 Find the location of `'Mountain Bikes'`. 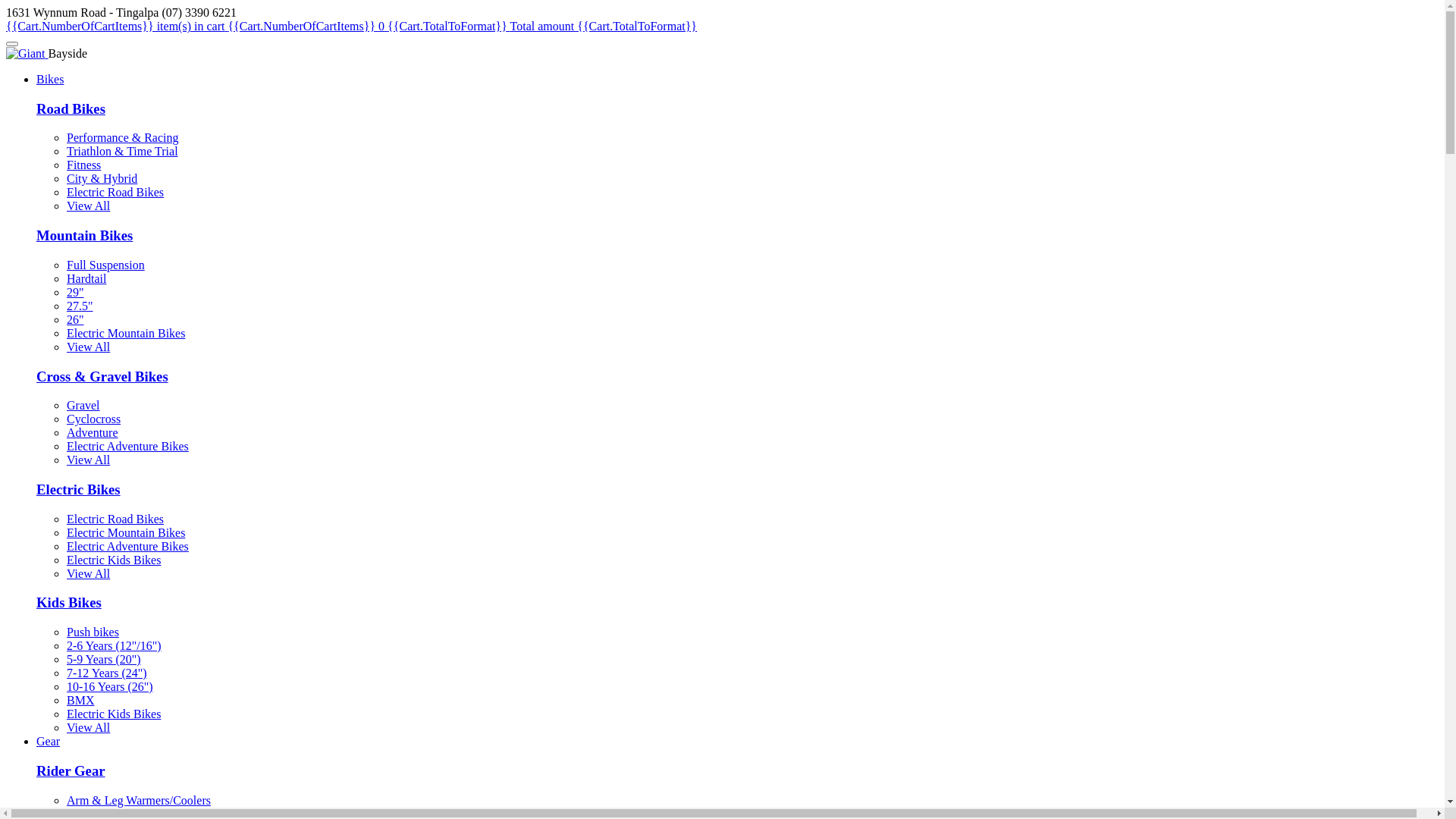

'Mountain Bikes' is located at coordinates (36, 235).